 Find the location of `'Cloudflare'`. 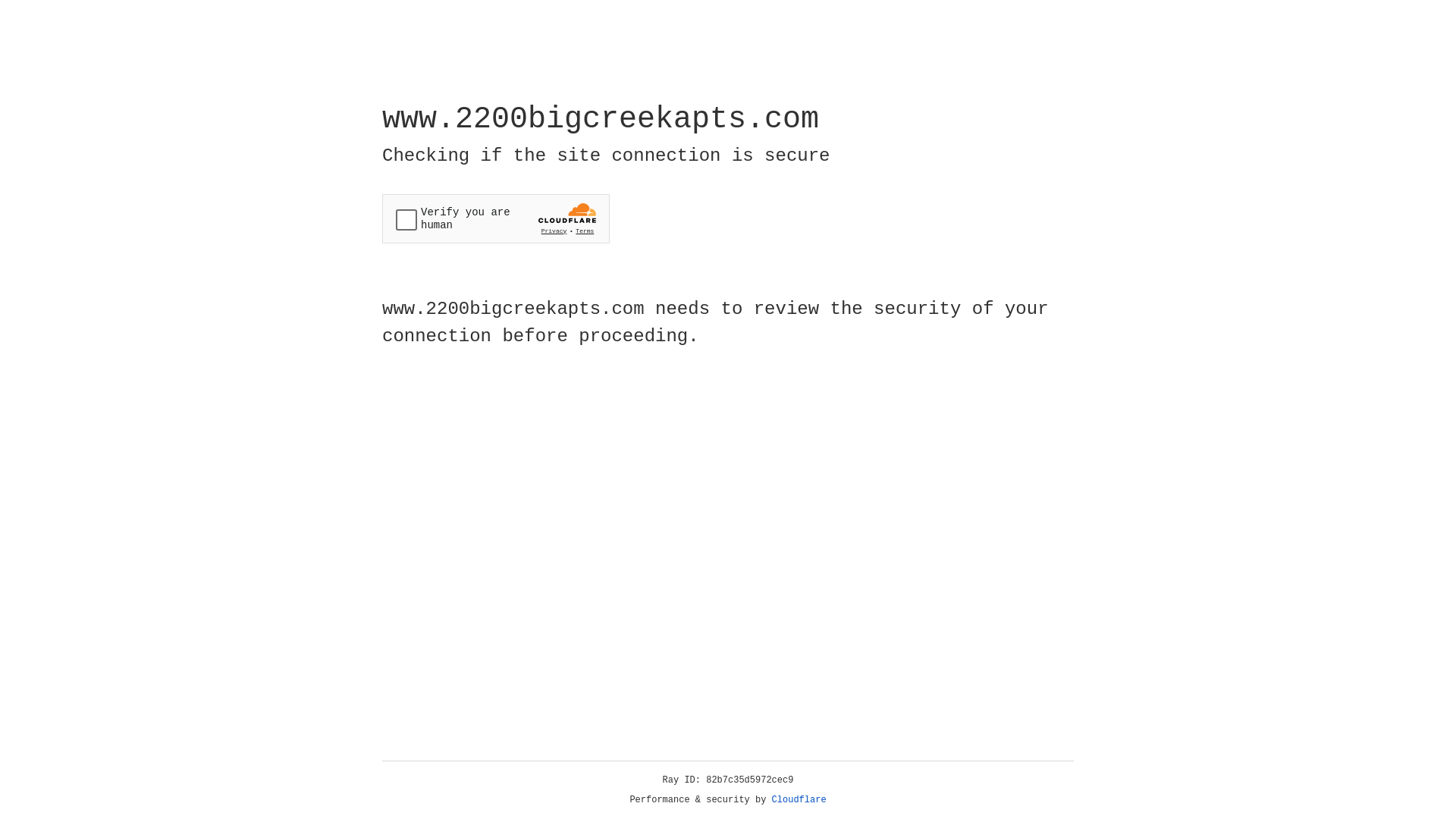

'Cloudflare' is located at coordinates (771, 799).